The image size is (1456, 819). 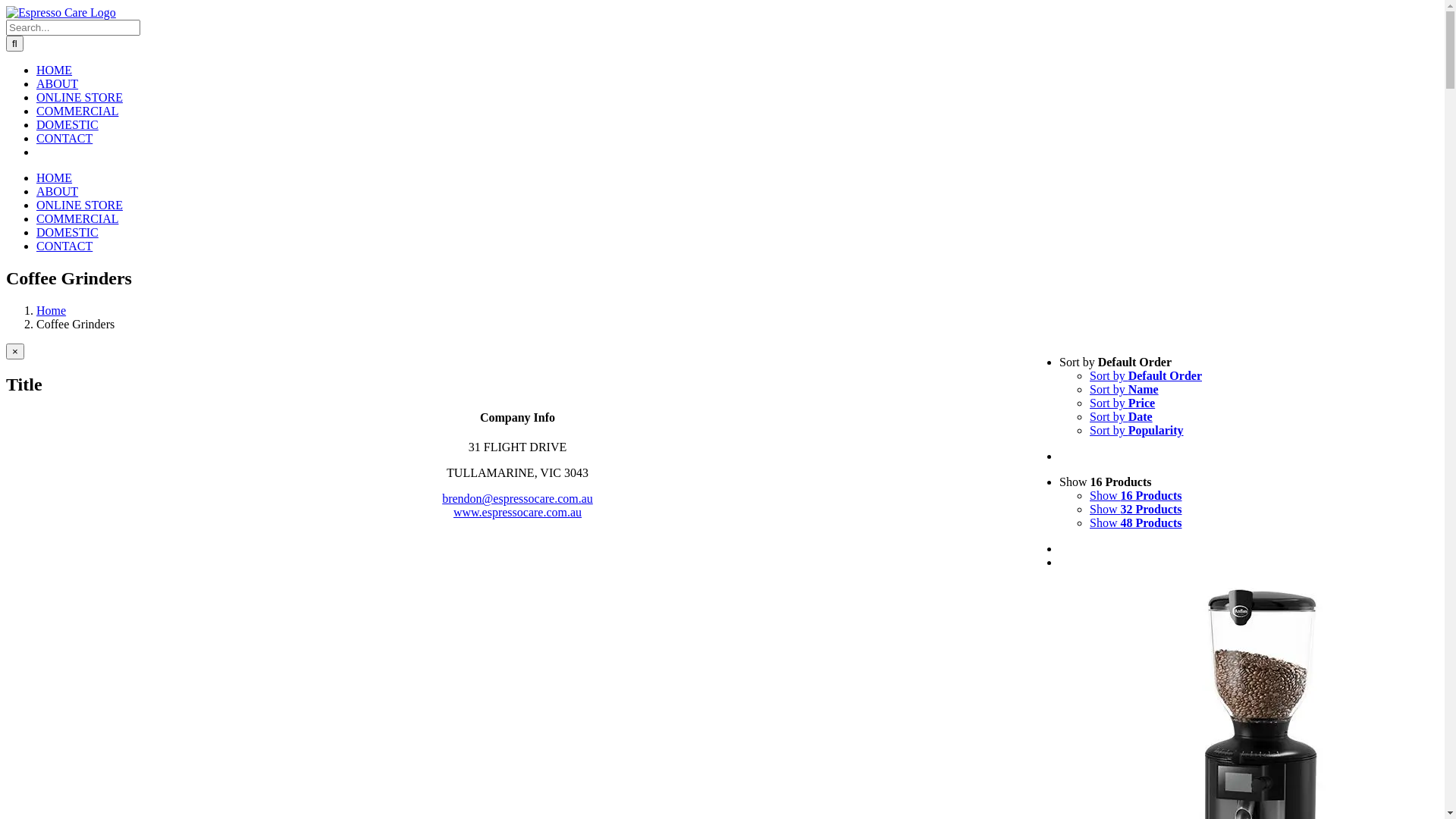 I want to click on 'ONLINE STORE', so click(x=79, y=205).